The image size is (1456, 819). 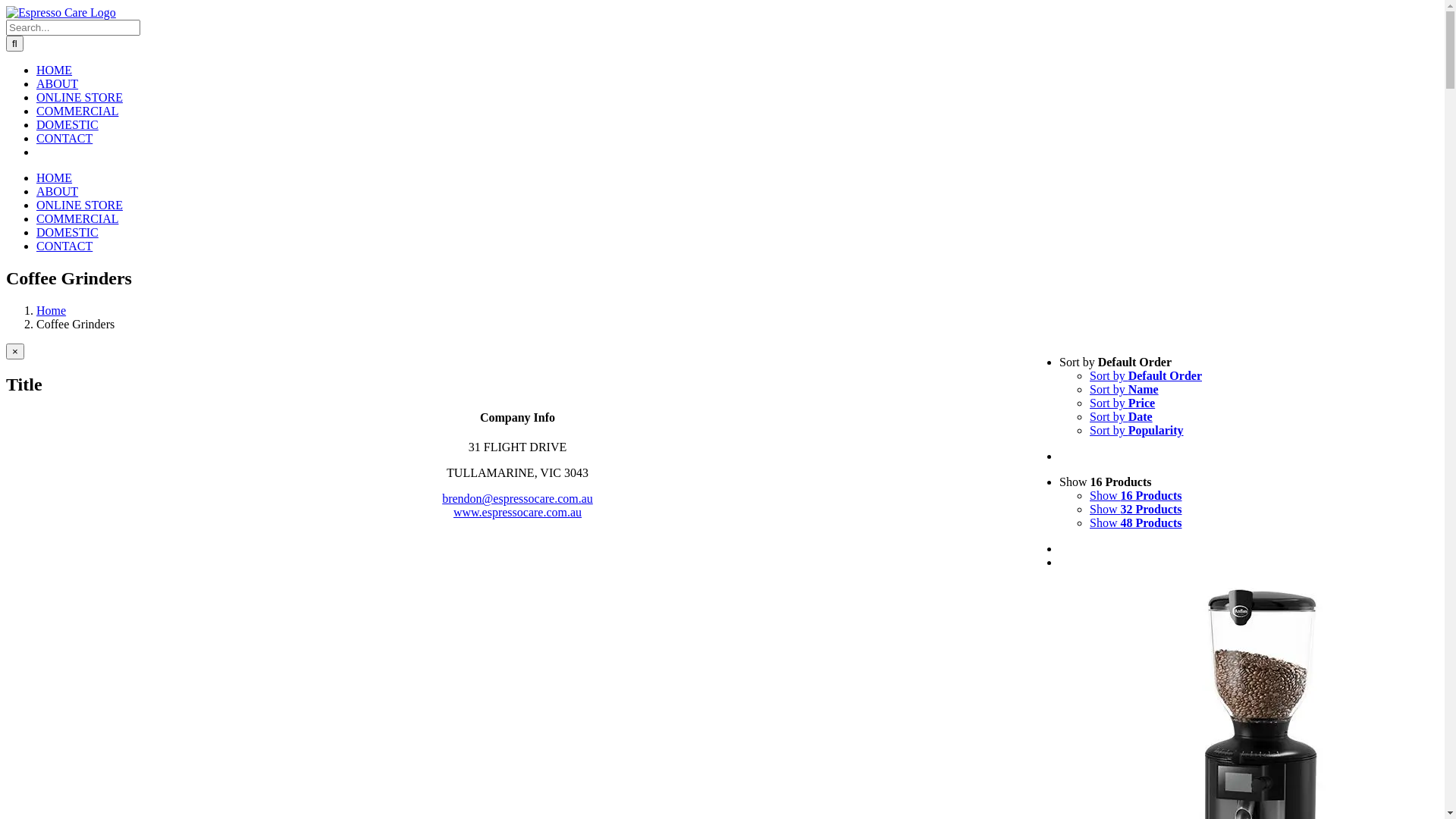 I want to click on 'ONLINE STORE', so click(x=79, y=205).